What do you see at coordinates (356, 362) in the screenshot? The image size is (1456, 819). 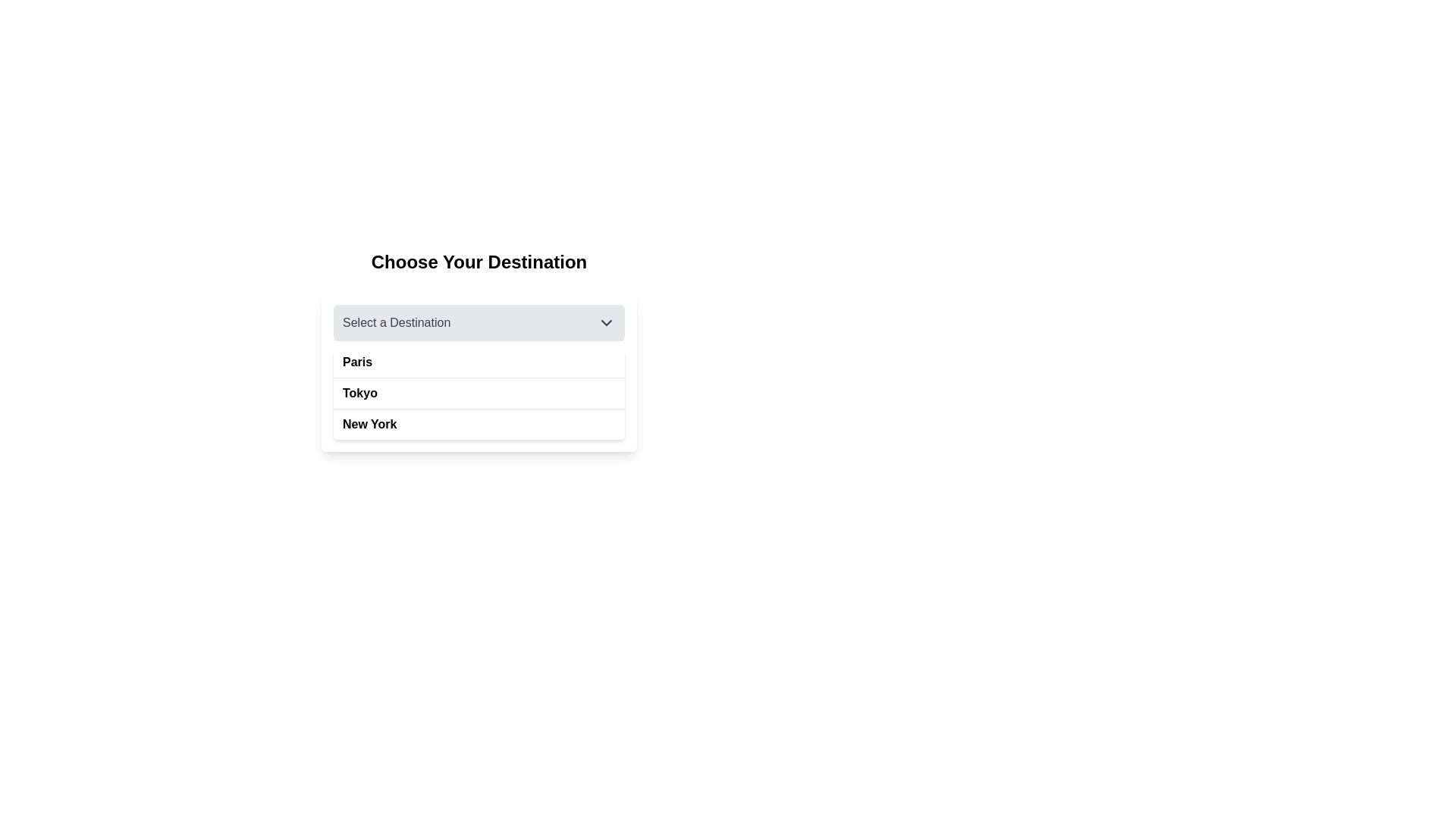 I see `the text label 'Paris' in the dropdown menu` at bounding box center [356, 362].